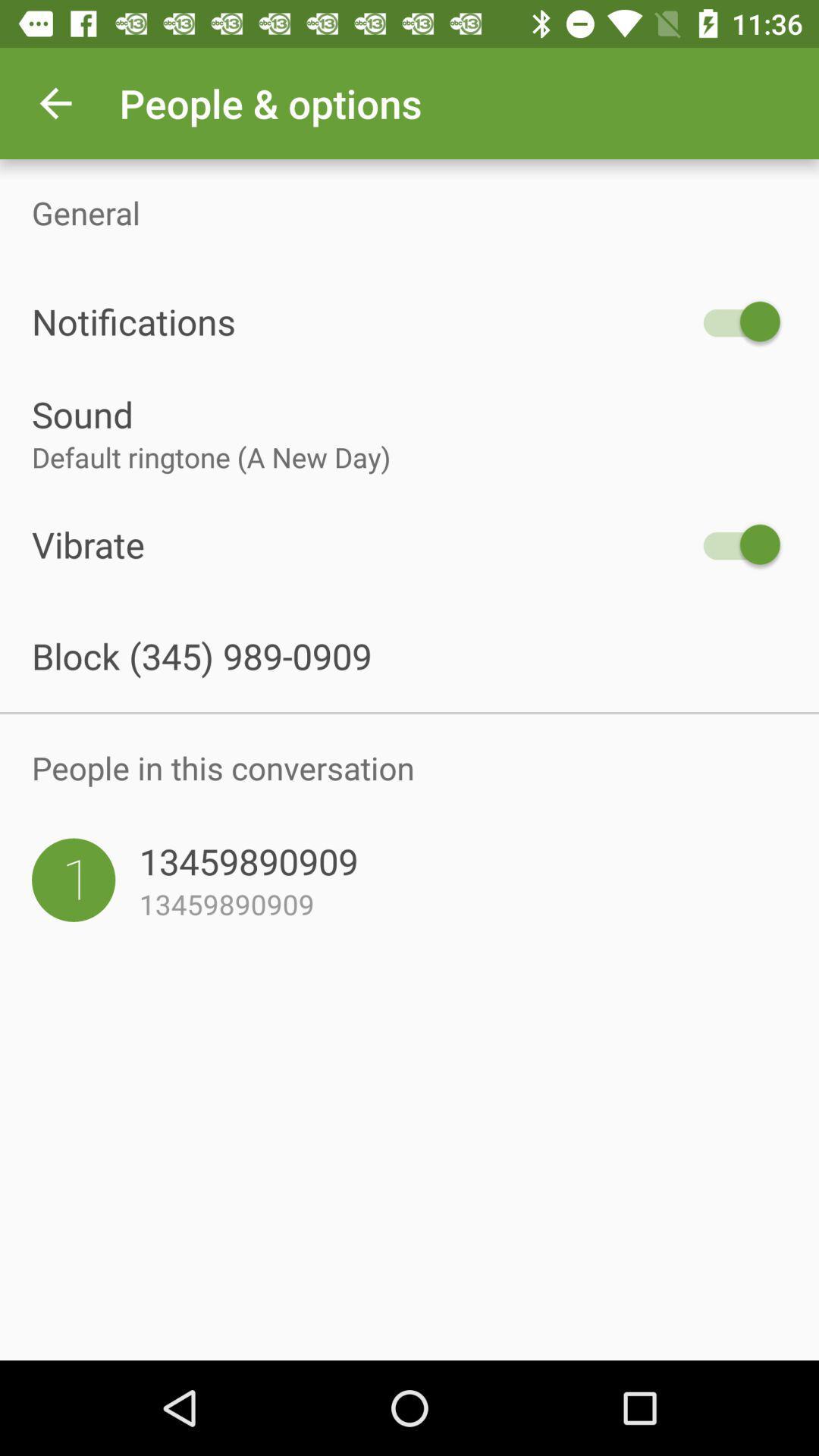 This screenshot has height=1456, width=819. Describe the element at coordinates (409, 656) in the screenshot. I see `block 345 989 item` at that location.